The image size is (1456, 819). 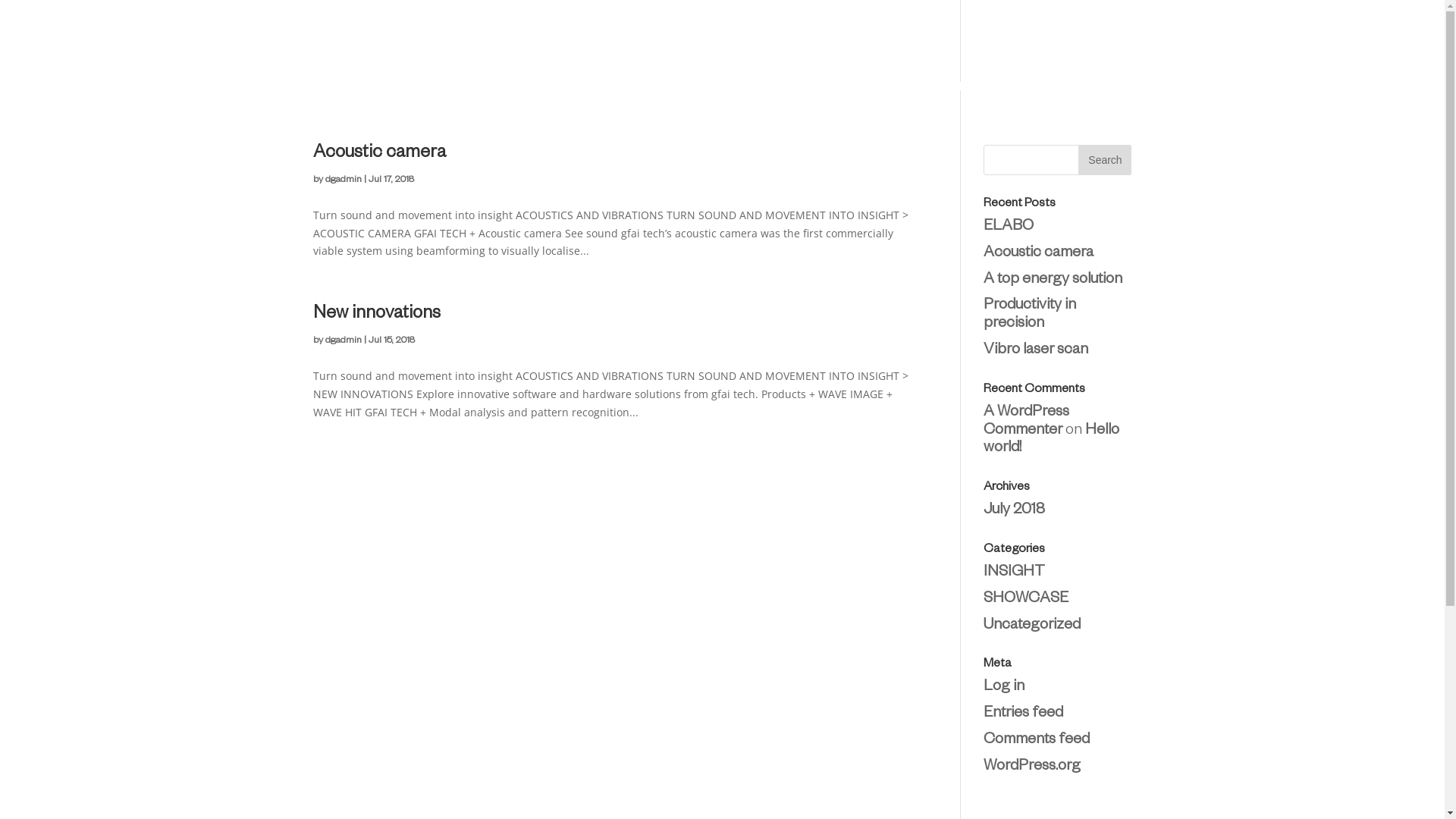 What do you see at coordinates (1026, 598) in the screenshot?
I see `'SHOWCASE'` at bounding box center [1026, 598].